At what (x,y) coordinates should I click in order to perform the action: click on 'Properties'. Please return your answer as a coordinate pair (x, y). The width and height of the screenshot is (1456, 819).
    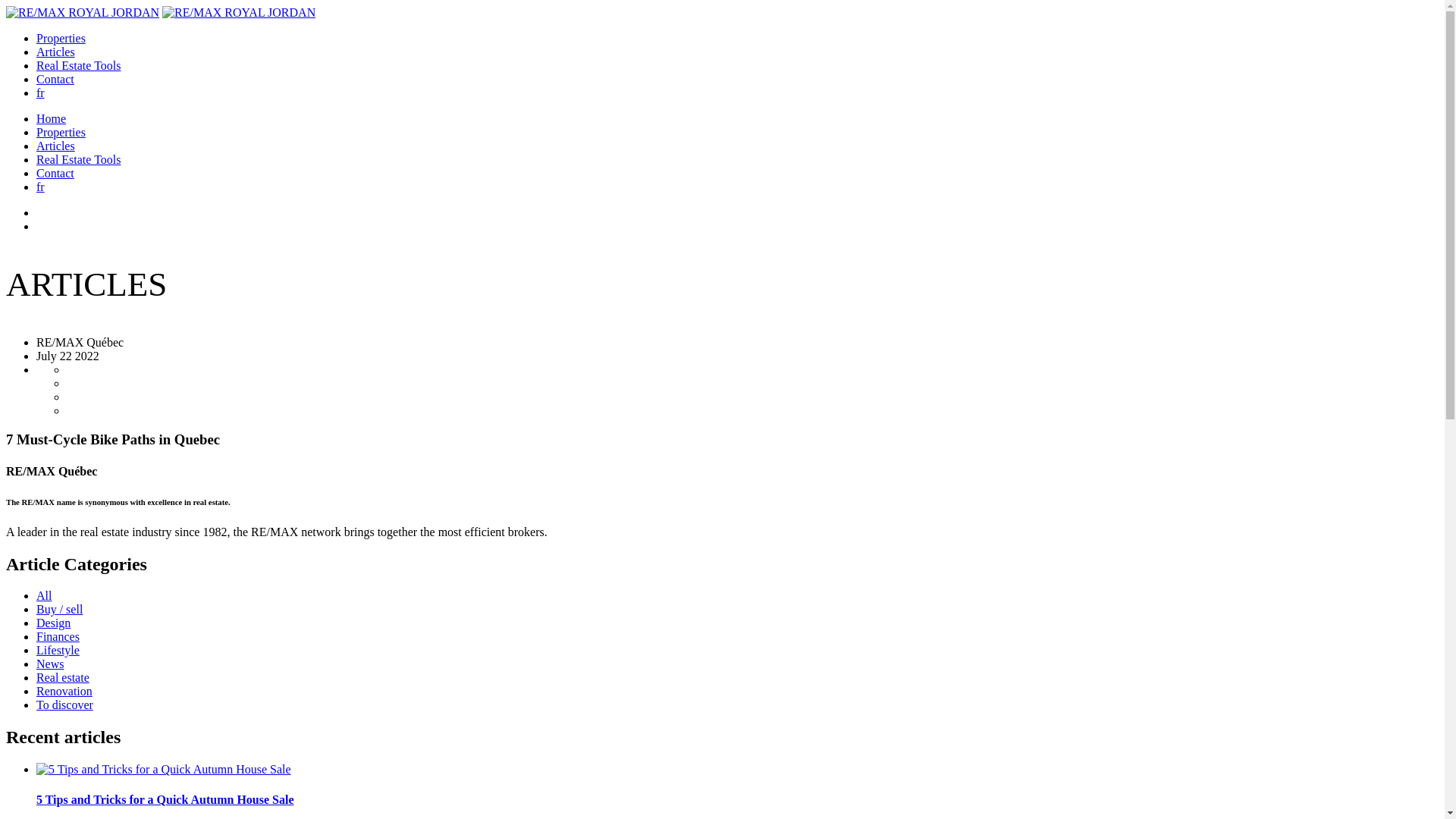
    Looking at the image, I should click on (61, 37).